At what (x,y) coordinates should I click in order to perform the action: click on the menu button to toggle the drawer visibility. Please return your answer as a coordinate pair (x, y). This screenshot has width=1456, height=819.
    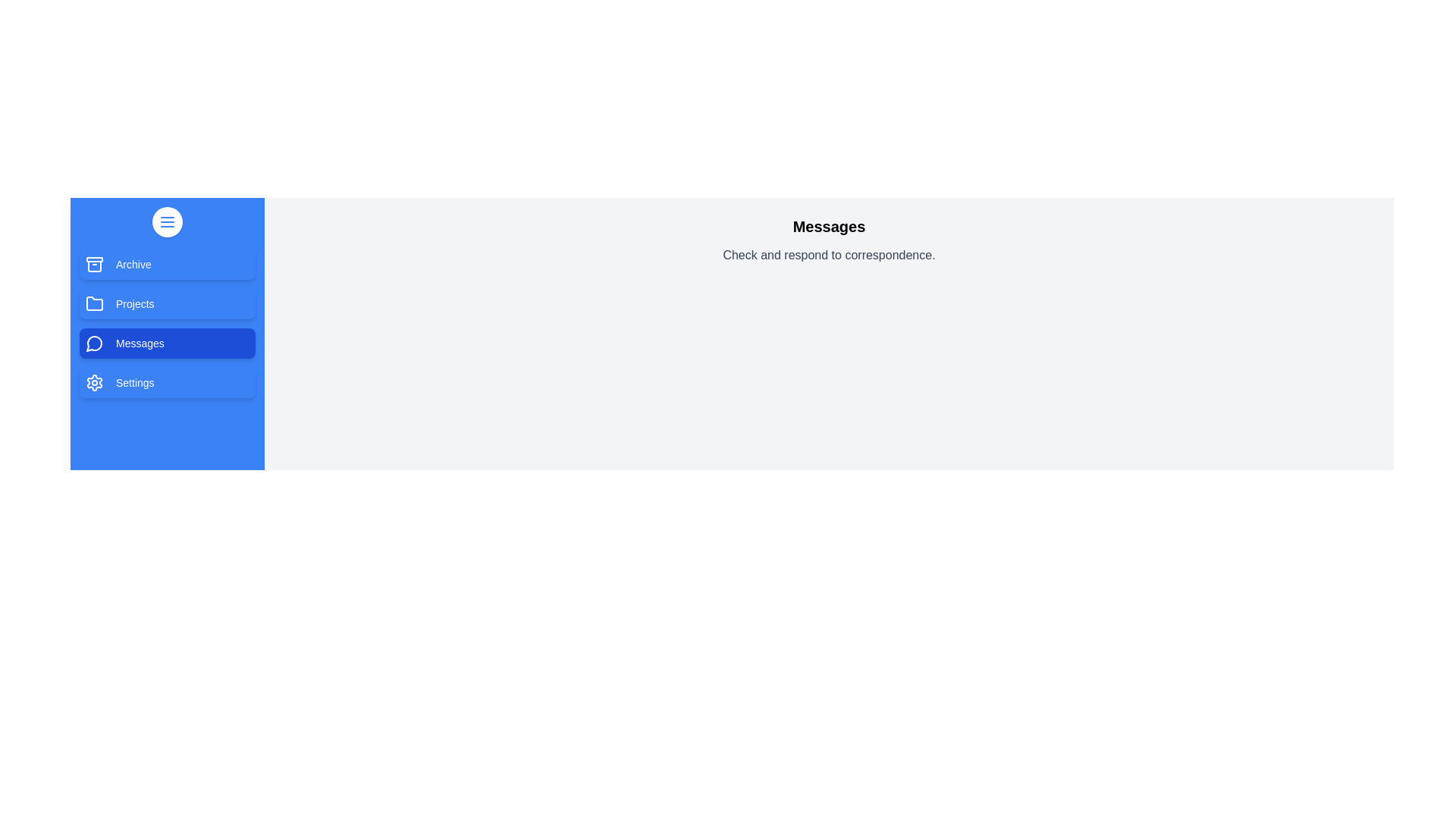
    Looking at the image, I should click on (167, 222).